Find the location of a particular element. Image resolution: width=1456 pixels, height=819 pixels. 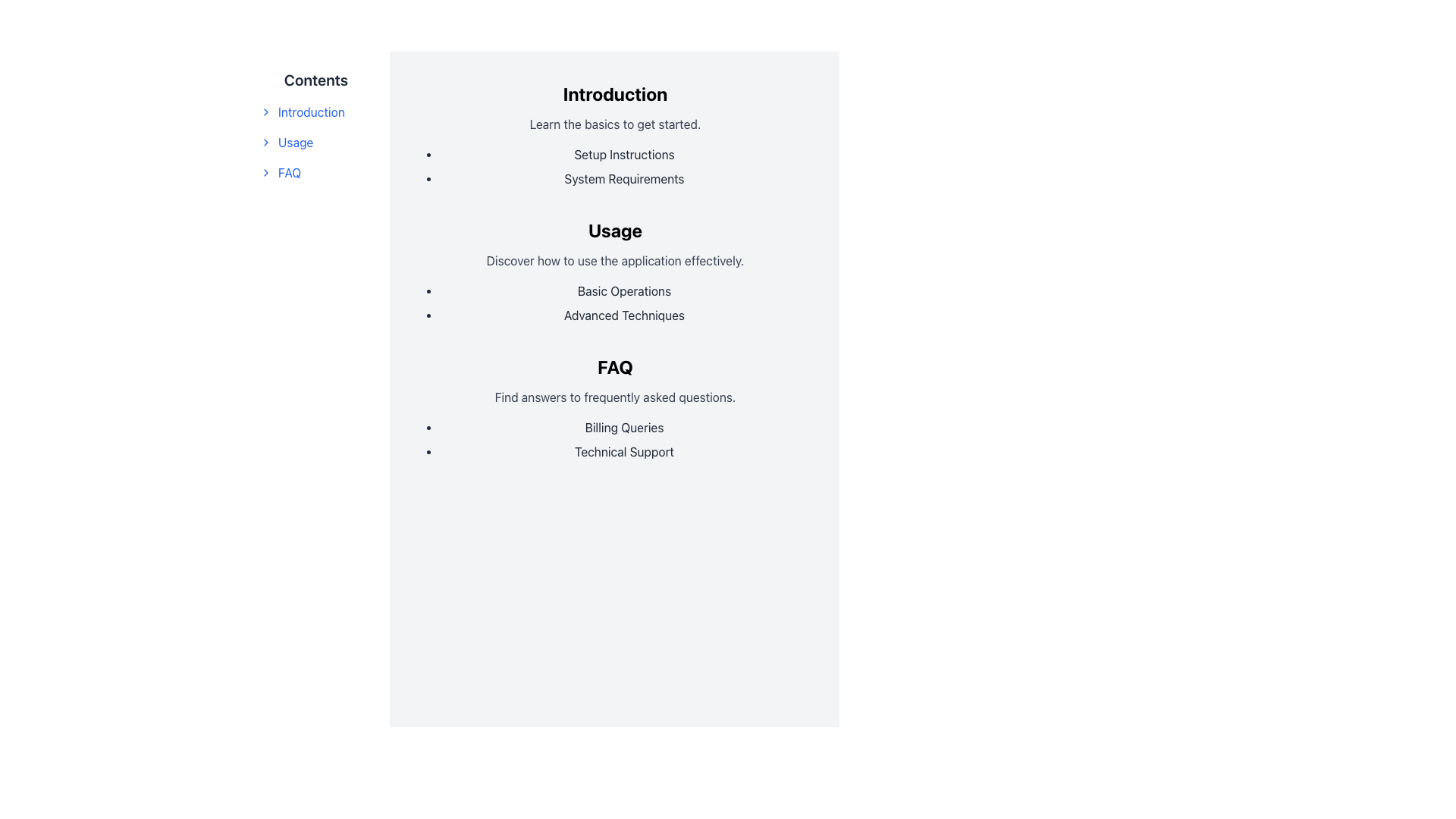

the text label for technical support located under the 'Billing Queries' bullet point in the FAQ section is located at coordinates (624, 451).